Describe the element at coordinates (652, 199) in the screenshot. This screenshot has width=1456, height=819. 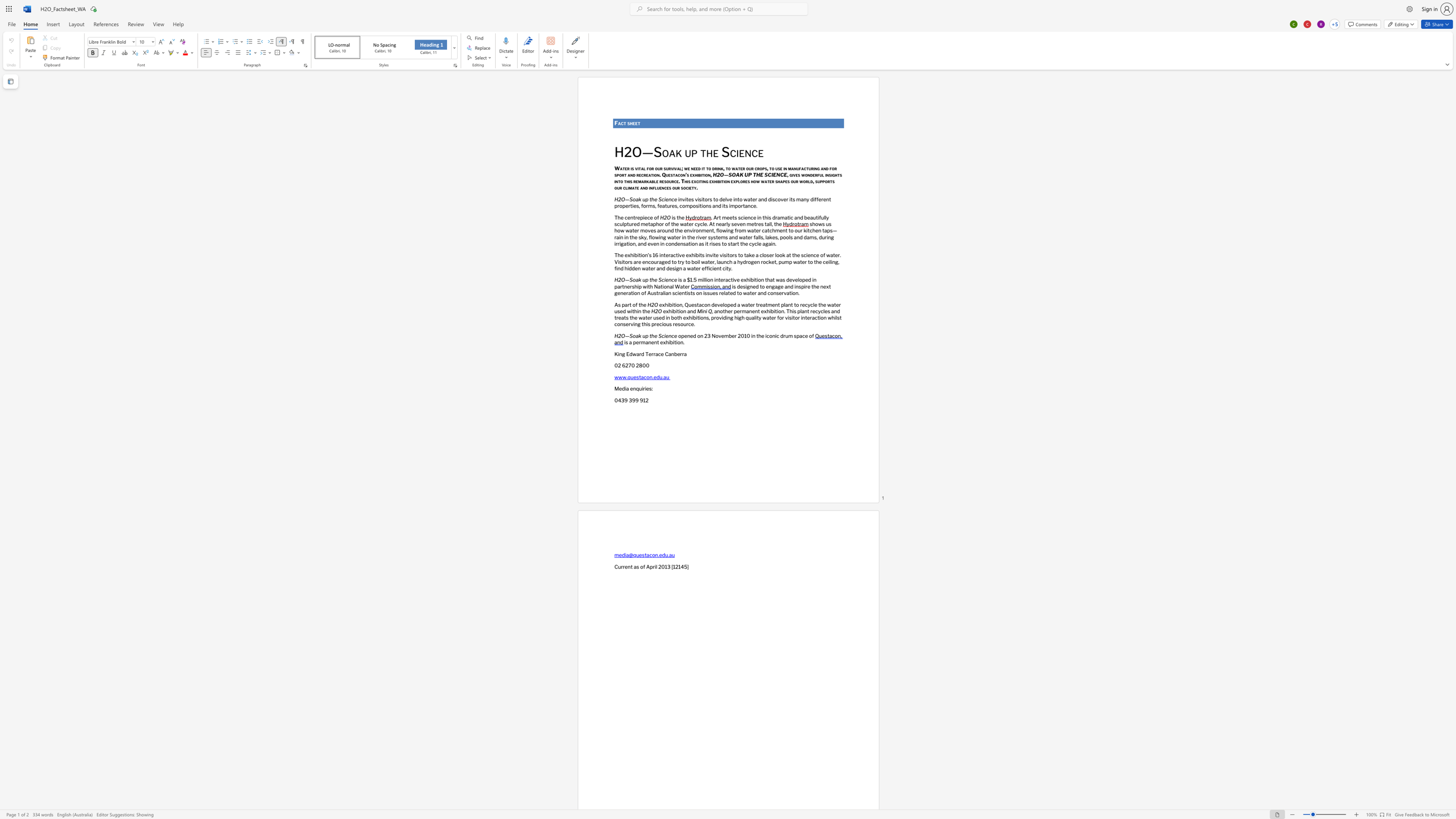
I see `the 1th character "h" in the text` at that location.